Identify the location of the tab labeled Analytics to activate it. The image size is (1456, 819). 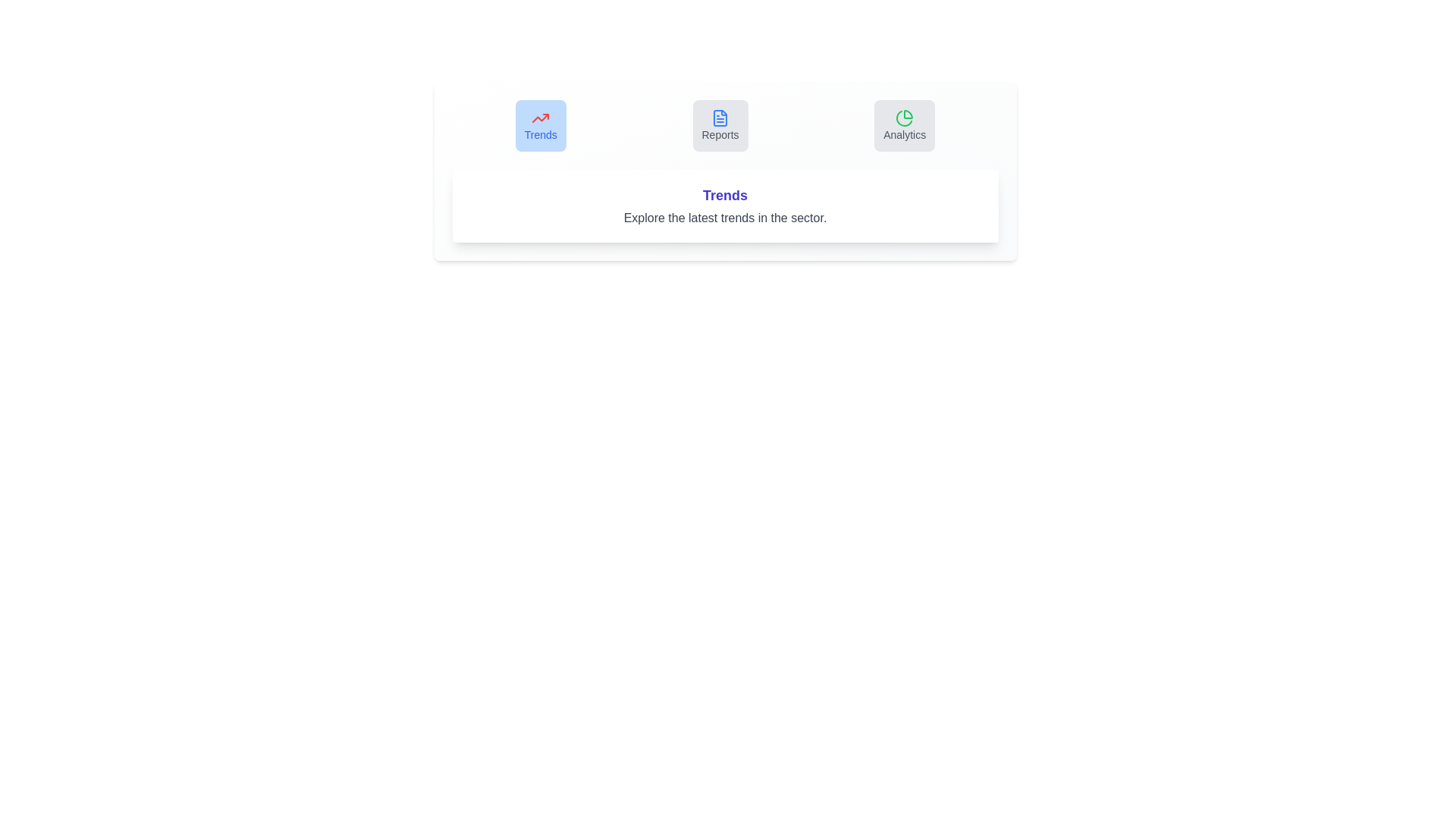
(905, 124).